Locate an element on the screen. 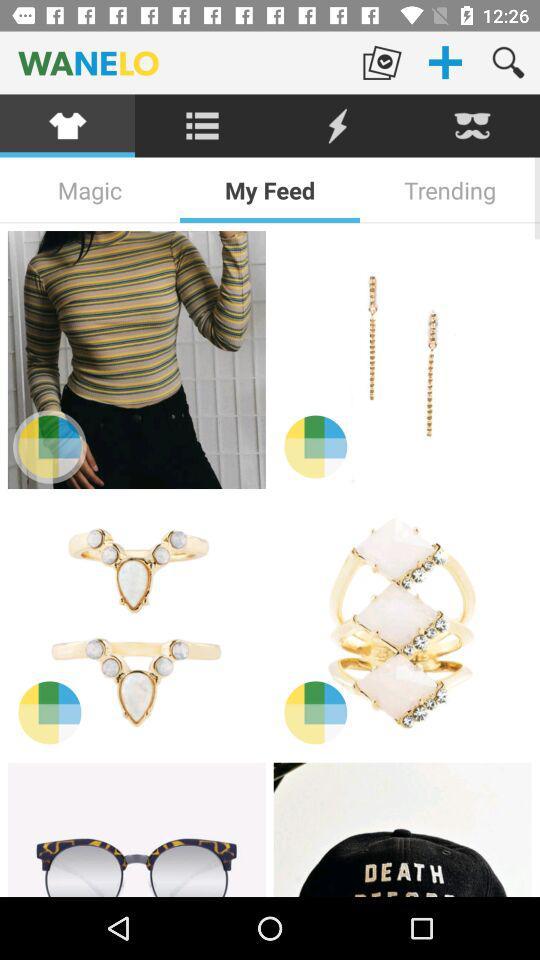 The height and width of the screenshot is (960, 540). the item below wanelo is located at coordinates (337, 125).